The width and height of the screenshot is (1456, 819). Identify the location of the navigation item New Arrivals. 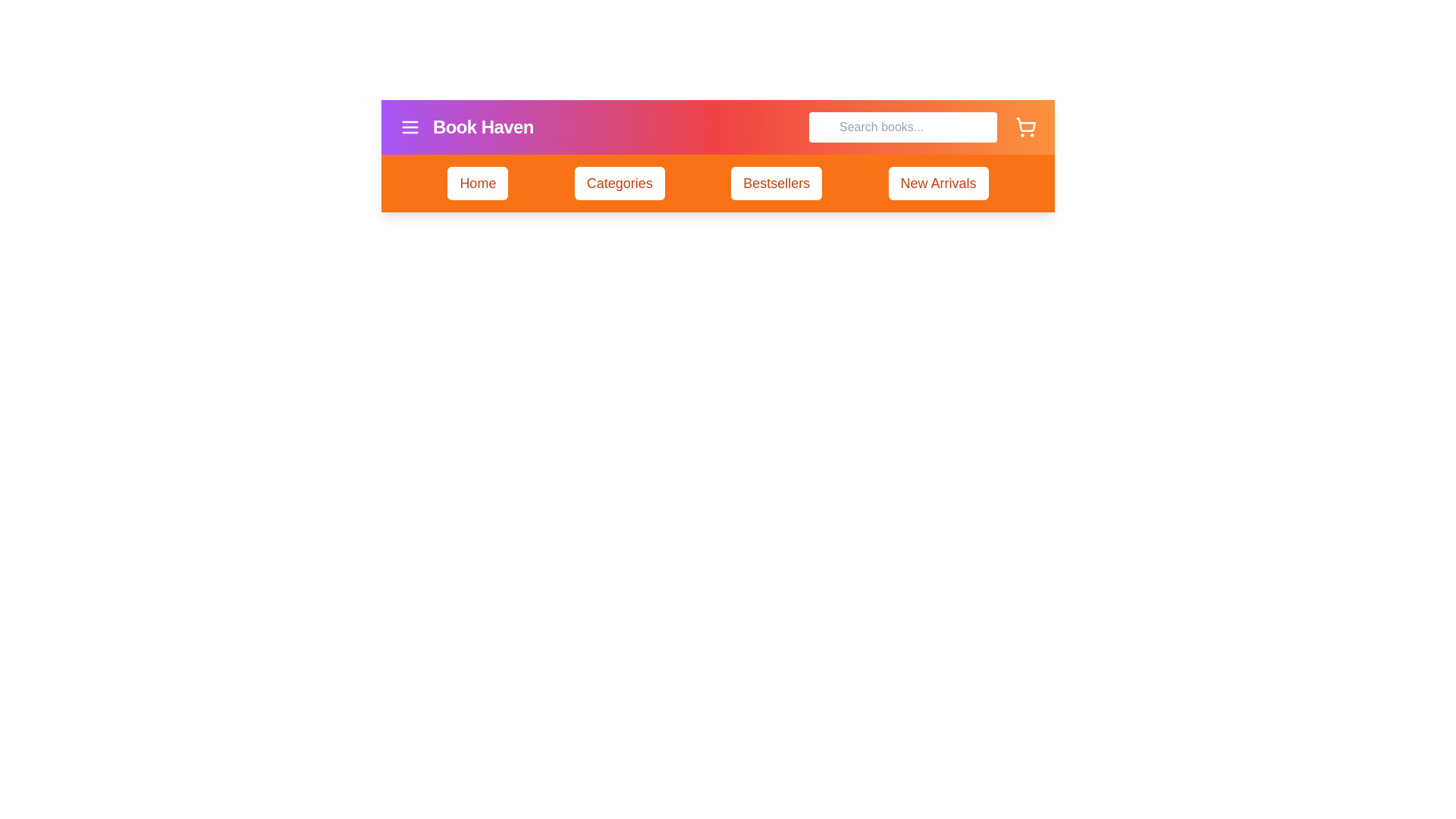
(937, 183).